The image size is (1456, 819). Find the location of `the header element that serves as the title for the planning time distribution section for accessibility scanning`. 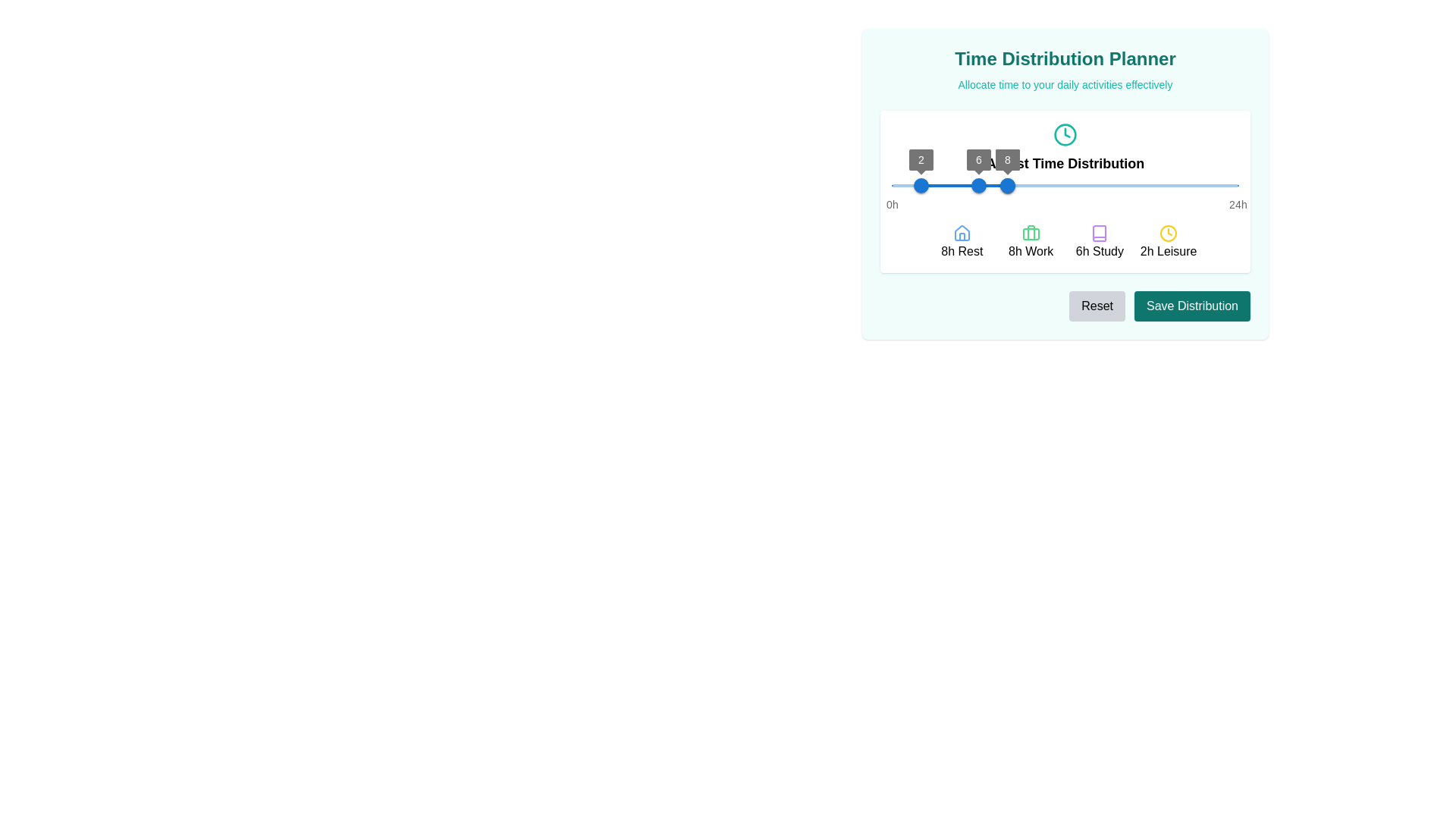

the header element that serves as the title for the planning time distribution section for accessibility scanning is located at coordinates (1065, 58).